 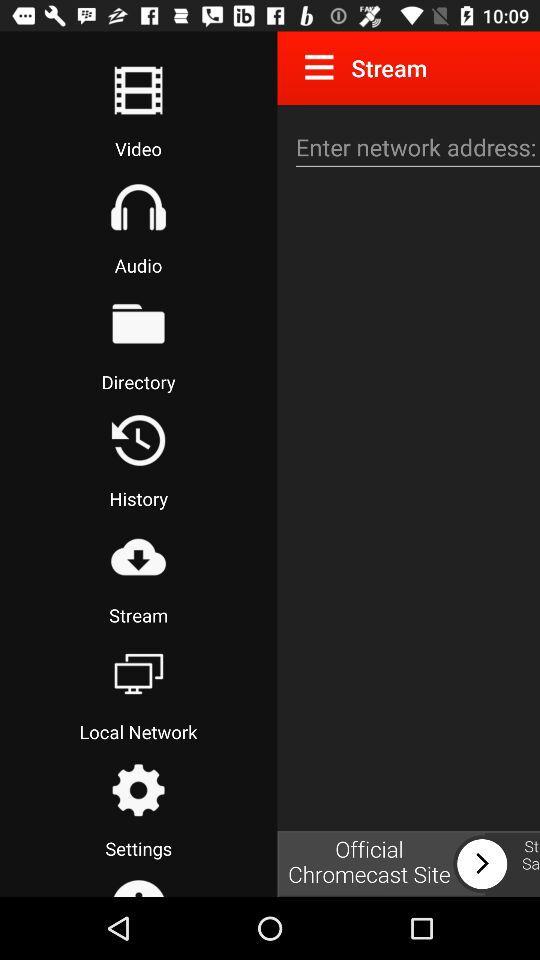 I want to click on the list icon, so click(x=137, y=90).